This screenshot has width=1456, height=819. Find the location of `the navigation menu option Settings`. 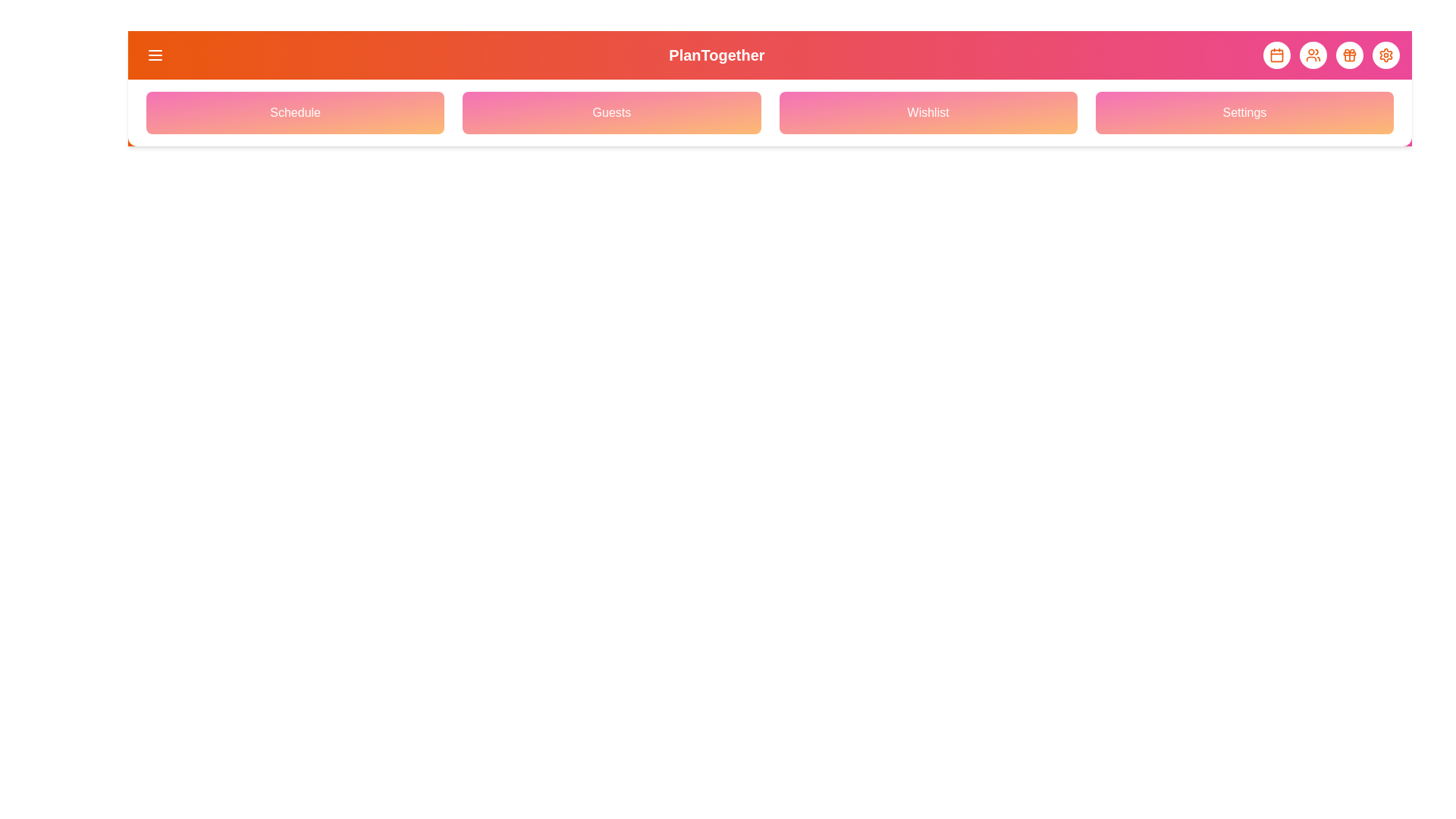

the navigation menu option Settings is located at coordinates (1244, 112).